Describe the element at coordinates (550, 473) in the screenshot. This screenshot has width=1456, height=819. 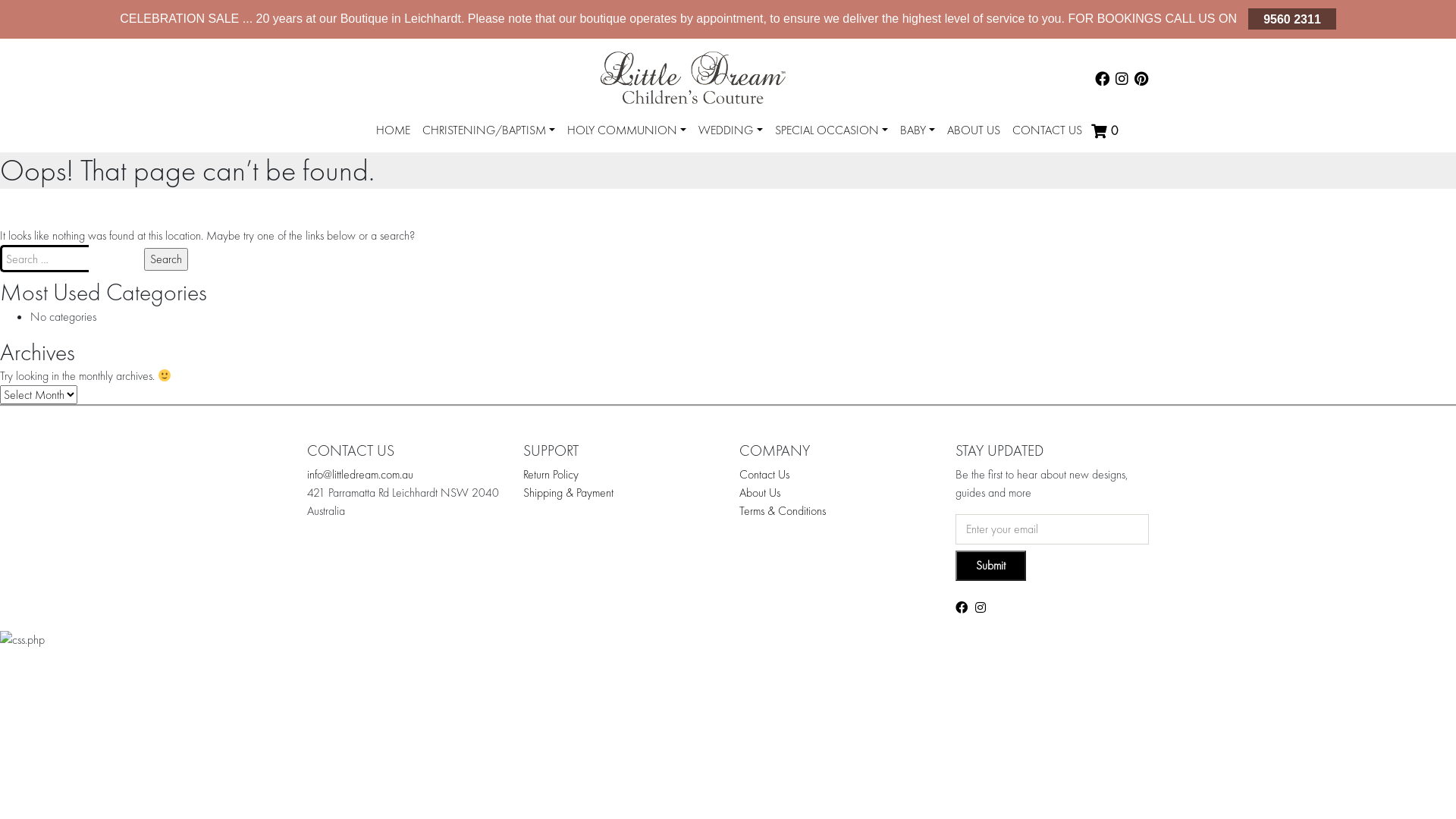
I see `'Return Policy'` at that location.